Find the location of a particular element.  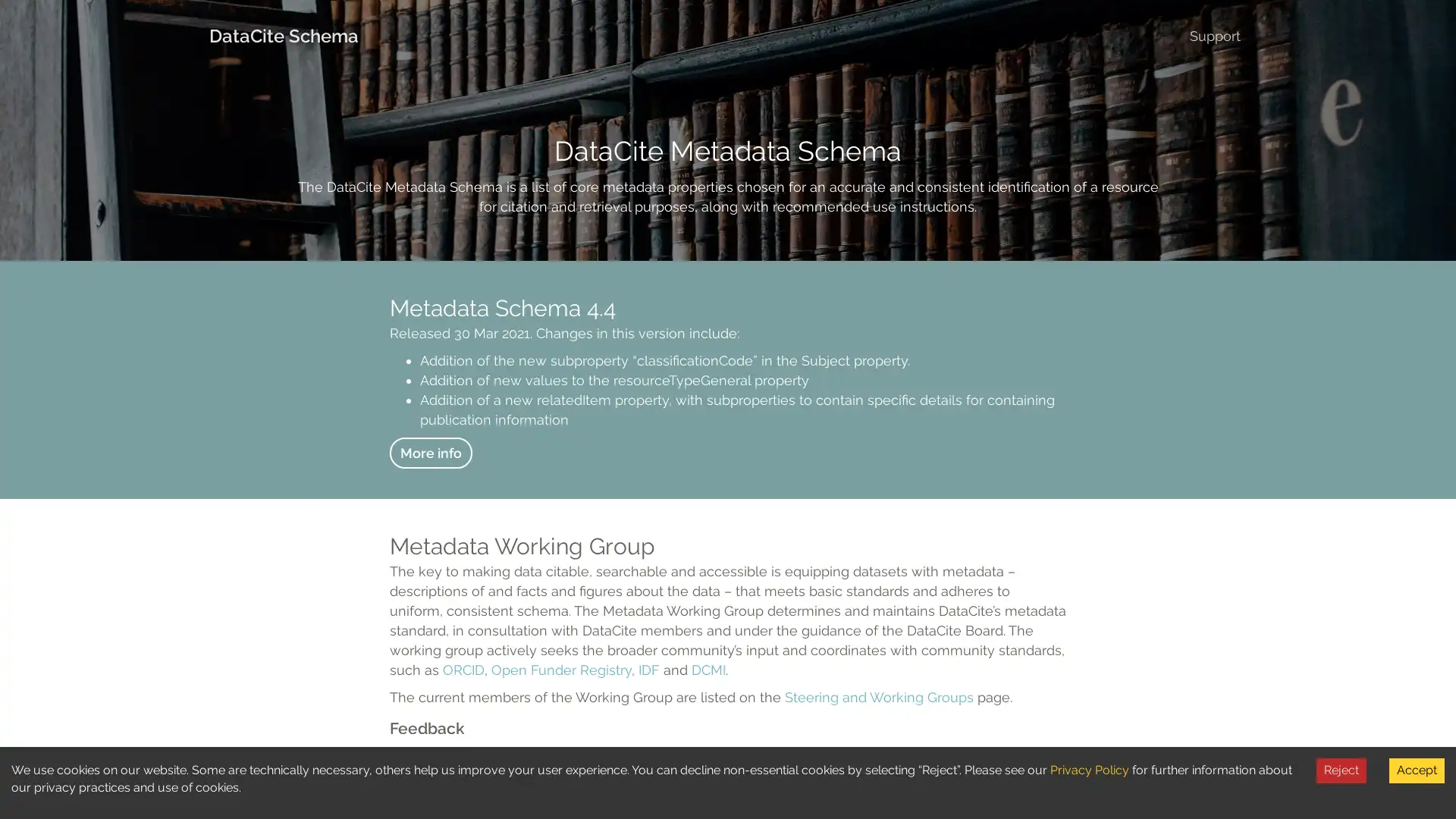

Accept cookies is located at coordinates (1416, 770).